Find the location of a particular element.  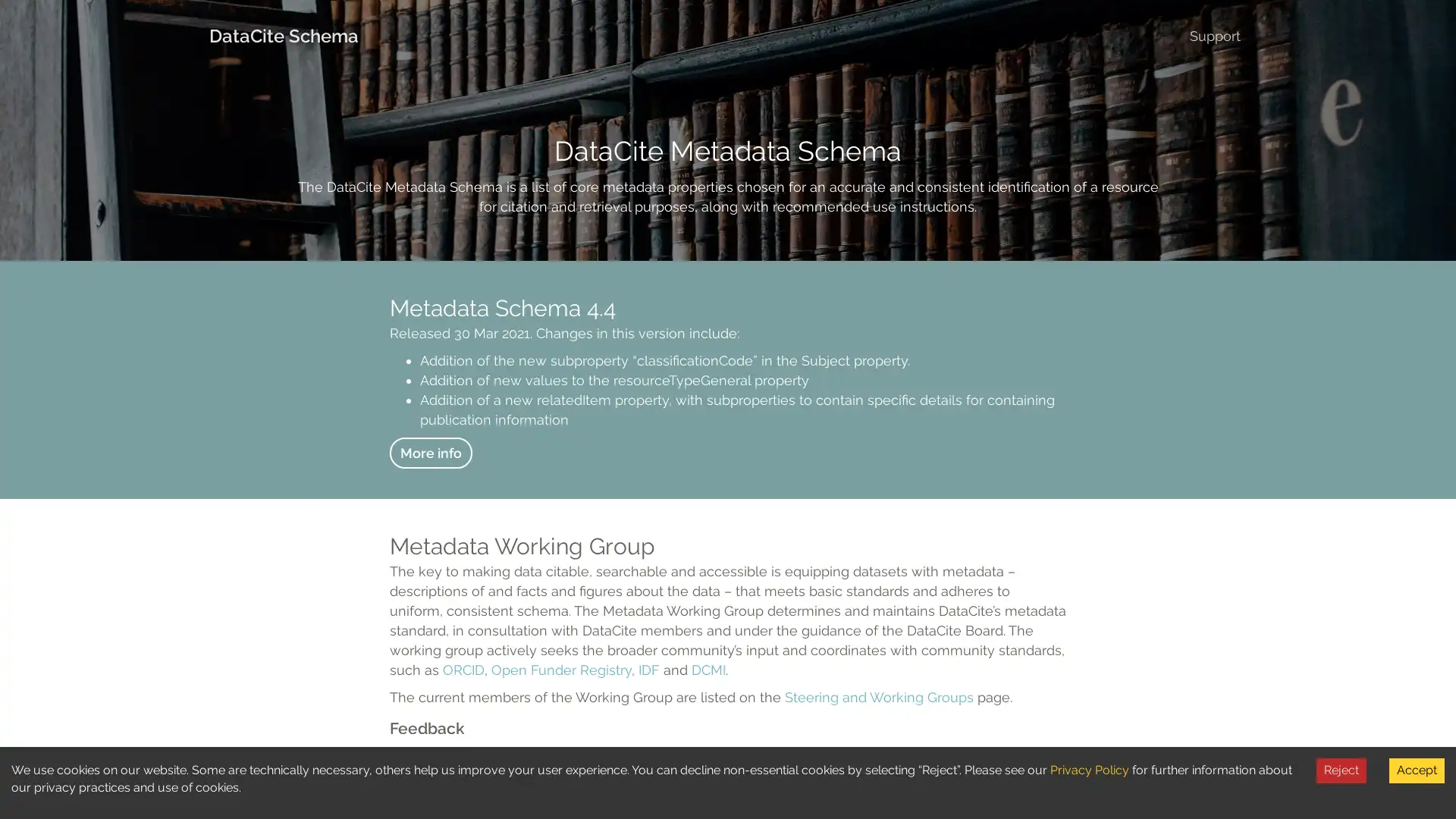

Accept cookies is located at coordinates (1416, 770).